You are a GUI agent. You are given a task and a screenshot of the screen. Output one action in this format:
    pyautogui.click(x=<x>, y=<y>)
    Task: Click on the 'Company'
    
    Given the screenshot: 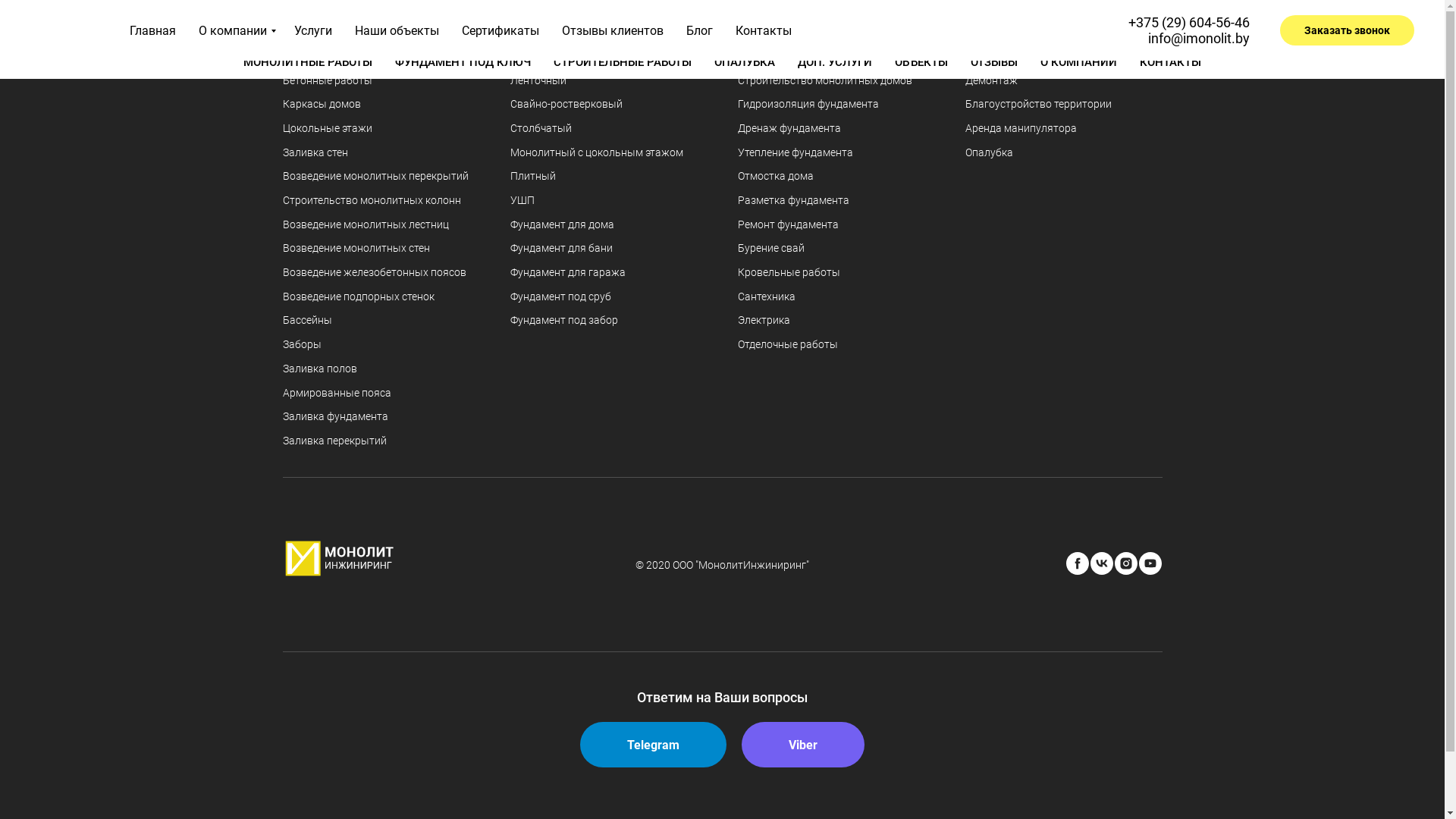 What is the action you would take?
    pyautogui.click(x=79, y=30)
    